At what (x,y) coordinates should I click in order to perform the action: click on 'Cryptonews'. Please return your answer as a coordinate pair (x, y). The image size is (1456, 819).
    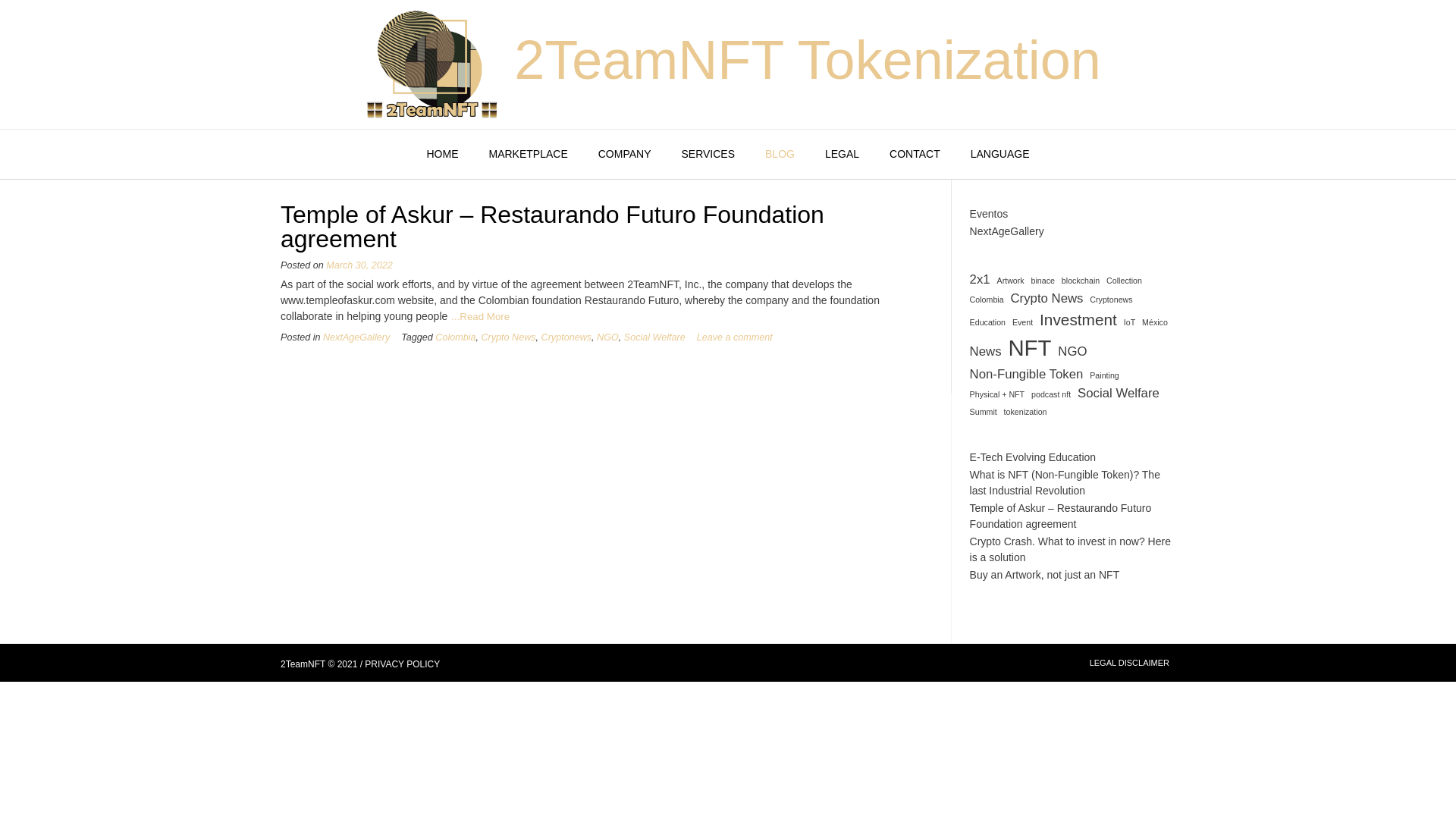
    Looking at the image, I should click on (566, 336).